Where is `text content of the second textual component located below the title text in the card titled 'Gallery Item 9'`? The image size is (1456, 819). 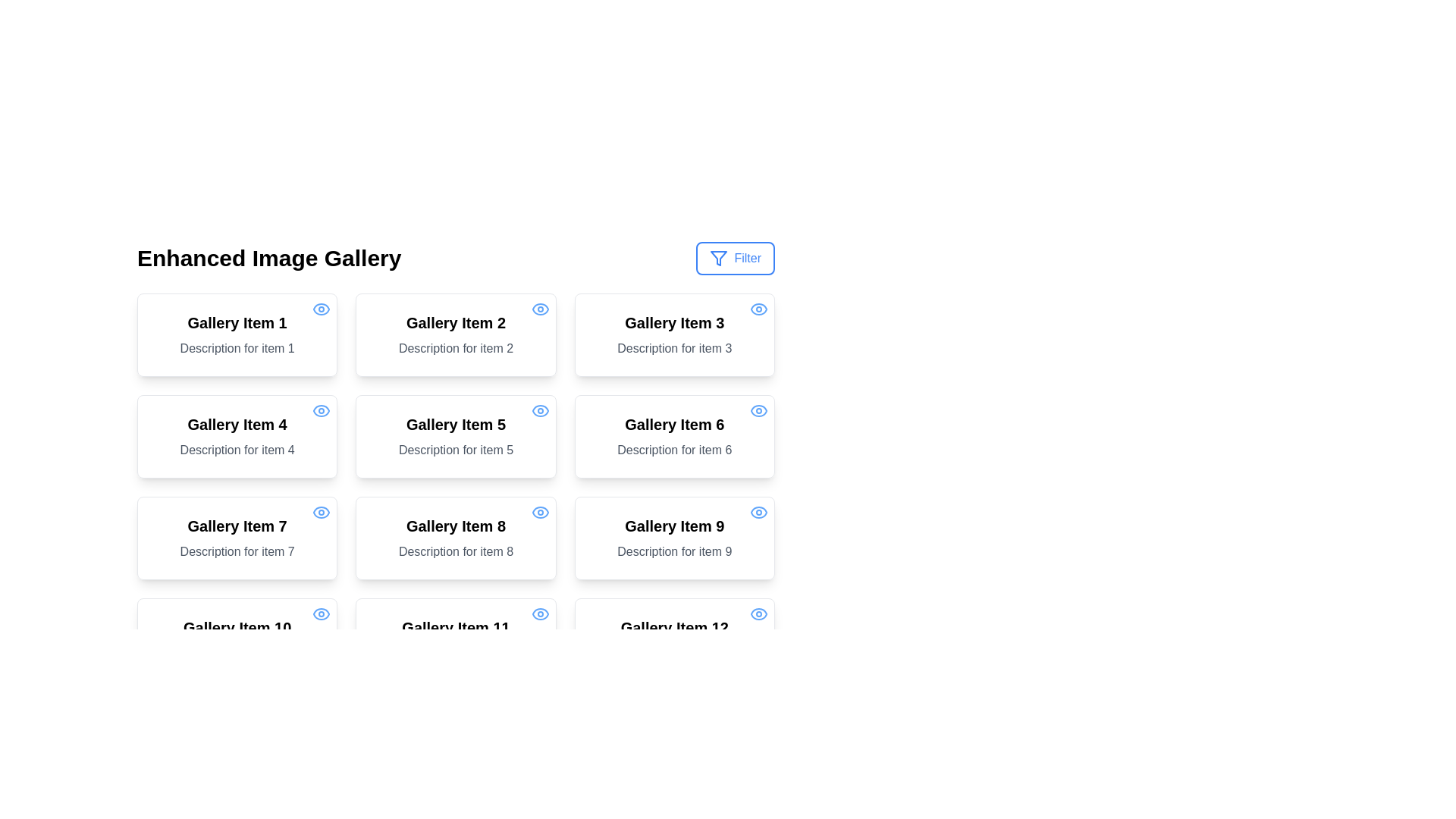
text content of the second textual component located below the title text in the card titled 'Gallery Item 9' is located at coordinates (673, 552).